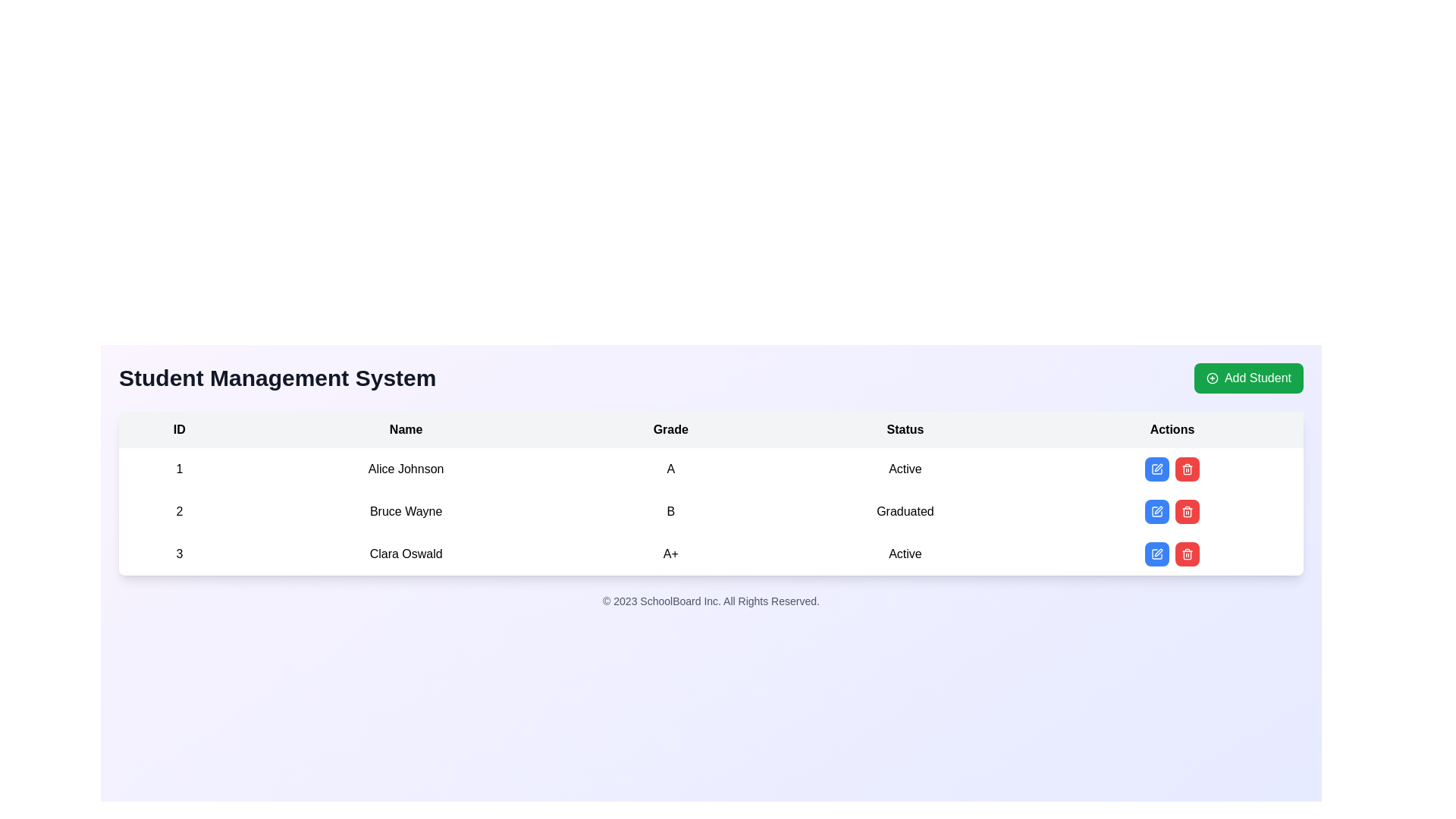  I want to click on the Edit icon button located in the action column of the second row for 'Bruce Wayne', so click(1156, 512).